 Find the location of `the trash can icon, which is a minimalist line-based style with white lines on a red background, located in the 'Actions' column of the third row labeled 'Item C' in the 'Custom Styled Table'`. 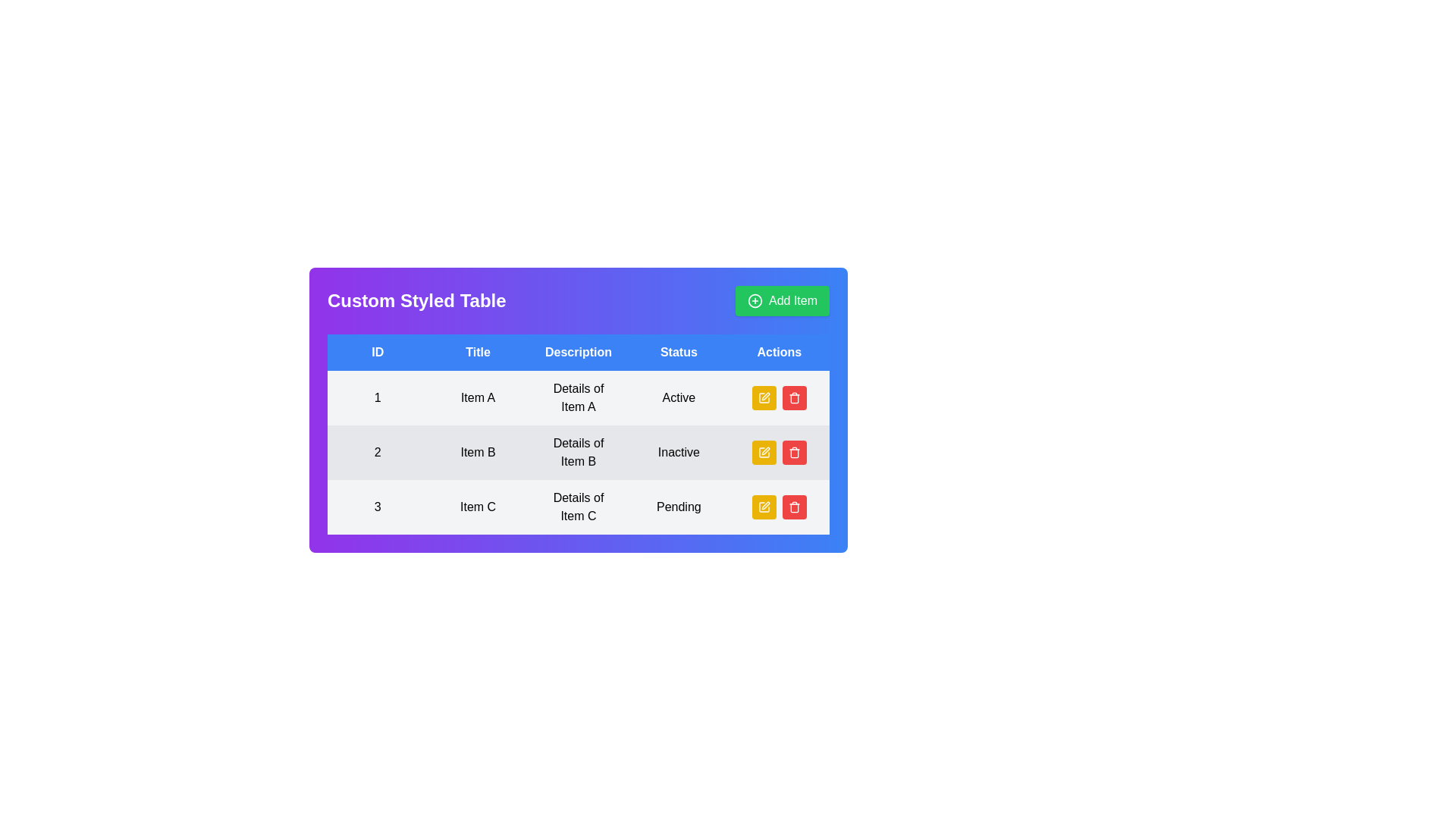

the trash can icon, which is a minimalist line-based style with white lines on a red background, located in the 'Actions' column of the third row labeled 'Item C' in the 'Custom Styled Table' is located at coordinates (793, 507).